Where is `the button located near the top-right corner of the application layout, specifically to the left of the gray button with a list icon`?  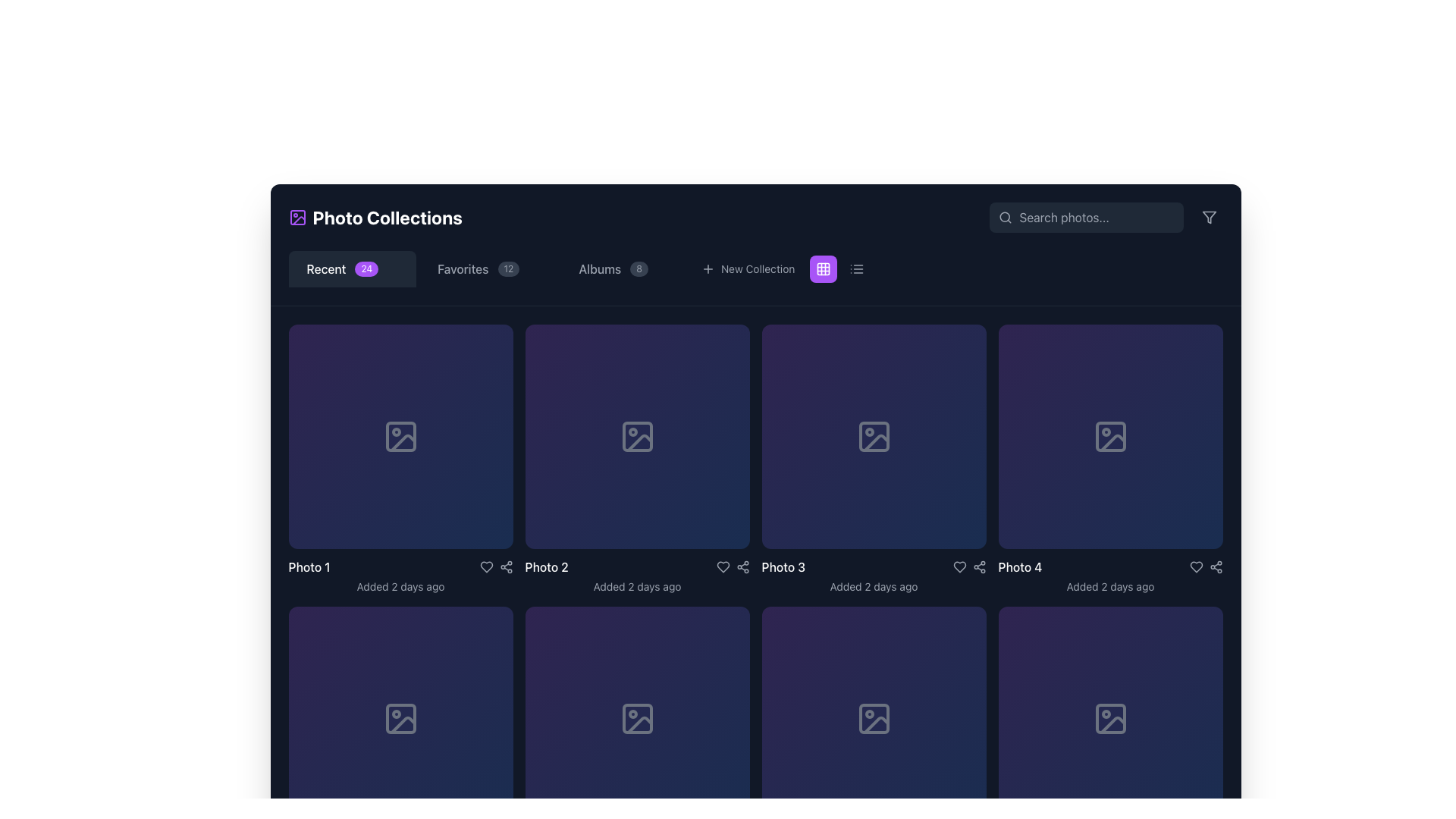 the button located near the top-right corner of the application layout, specifically to the left of the gray button with a list icon is located at coordinates (823, 268).